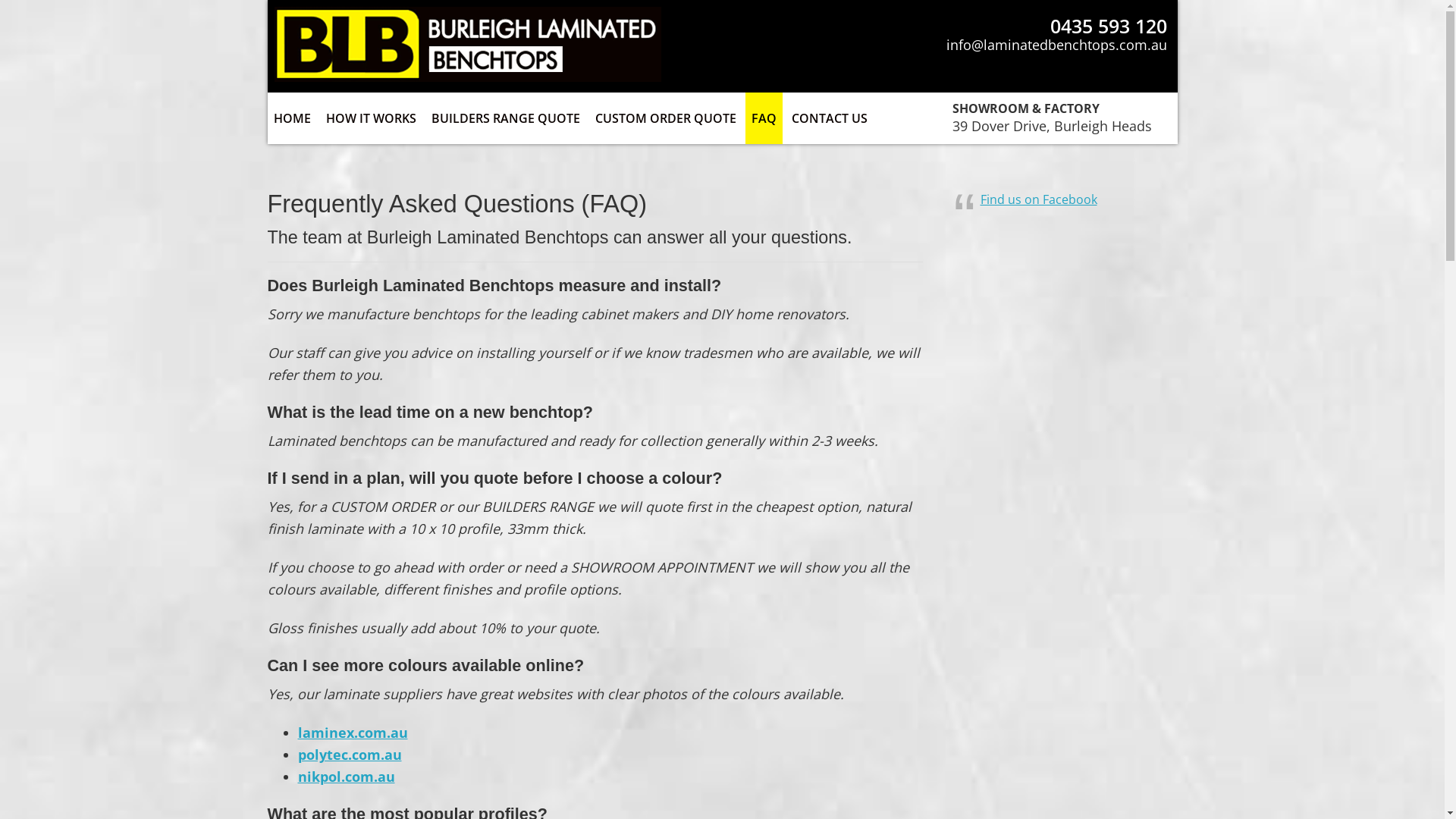 This screenshot has height=819, width=1456. What do you see at coordinates (348, 755) in the screenshot?
I see `'polytec.com.au'` at bounding box center [348, 755].